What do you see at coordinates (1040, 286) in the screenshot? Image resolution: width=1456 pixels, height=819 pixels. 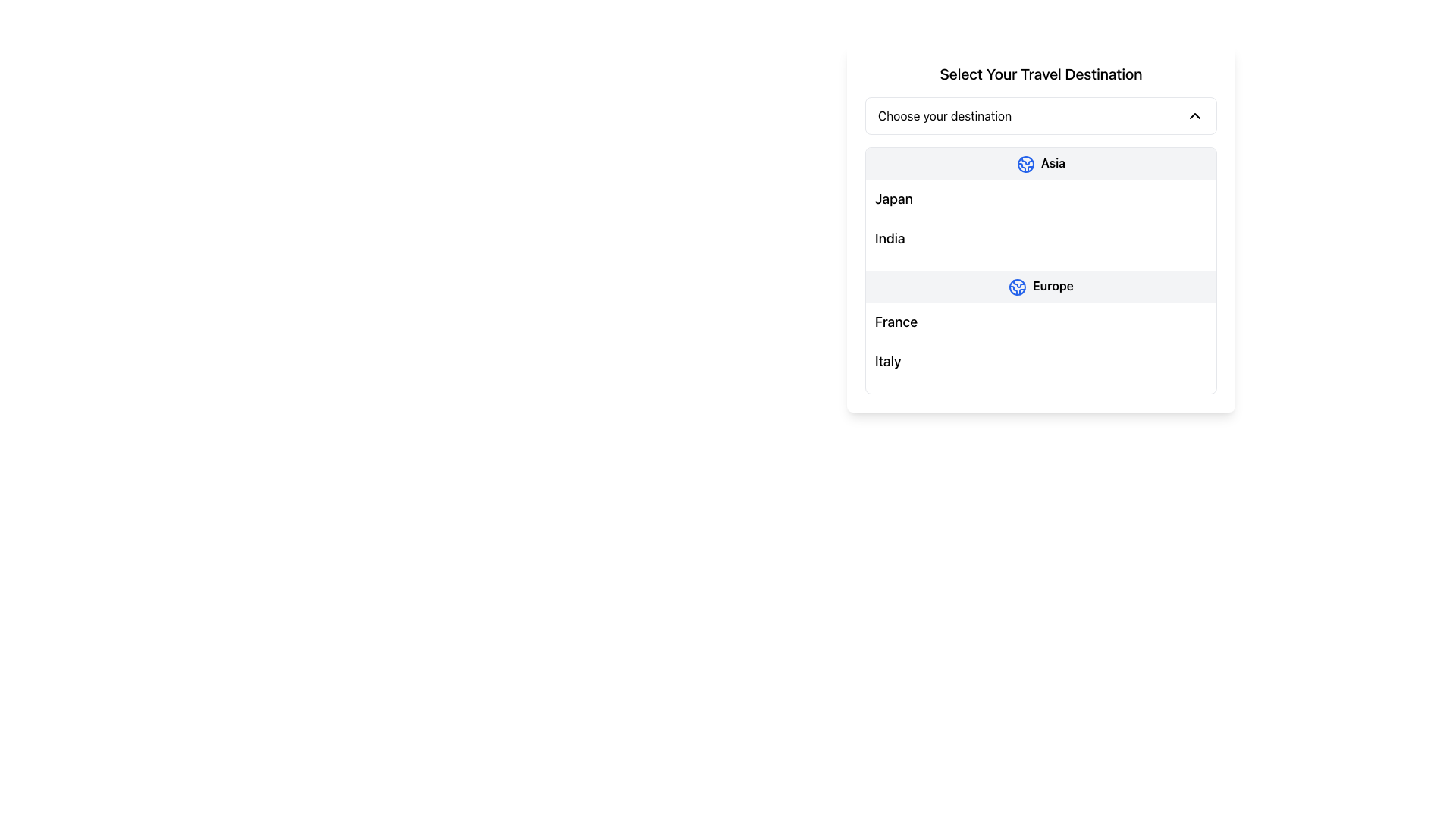 I see `the 'Europe' label, which is the third option in the vertical list of destinations under 'Choose Your Destination', styled with a light gray background and bold text, accompanied by a blue globe icon` at bounding box center [1040, 286].